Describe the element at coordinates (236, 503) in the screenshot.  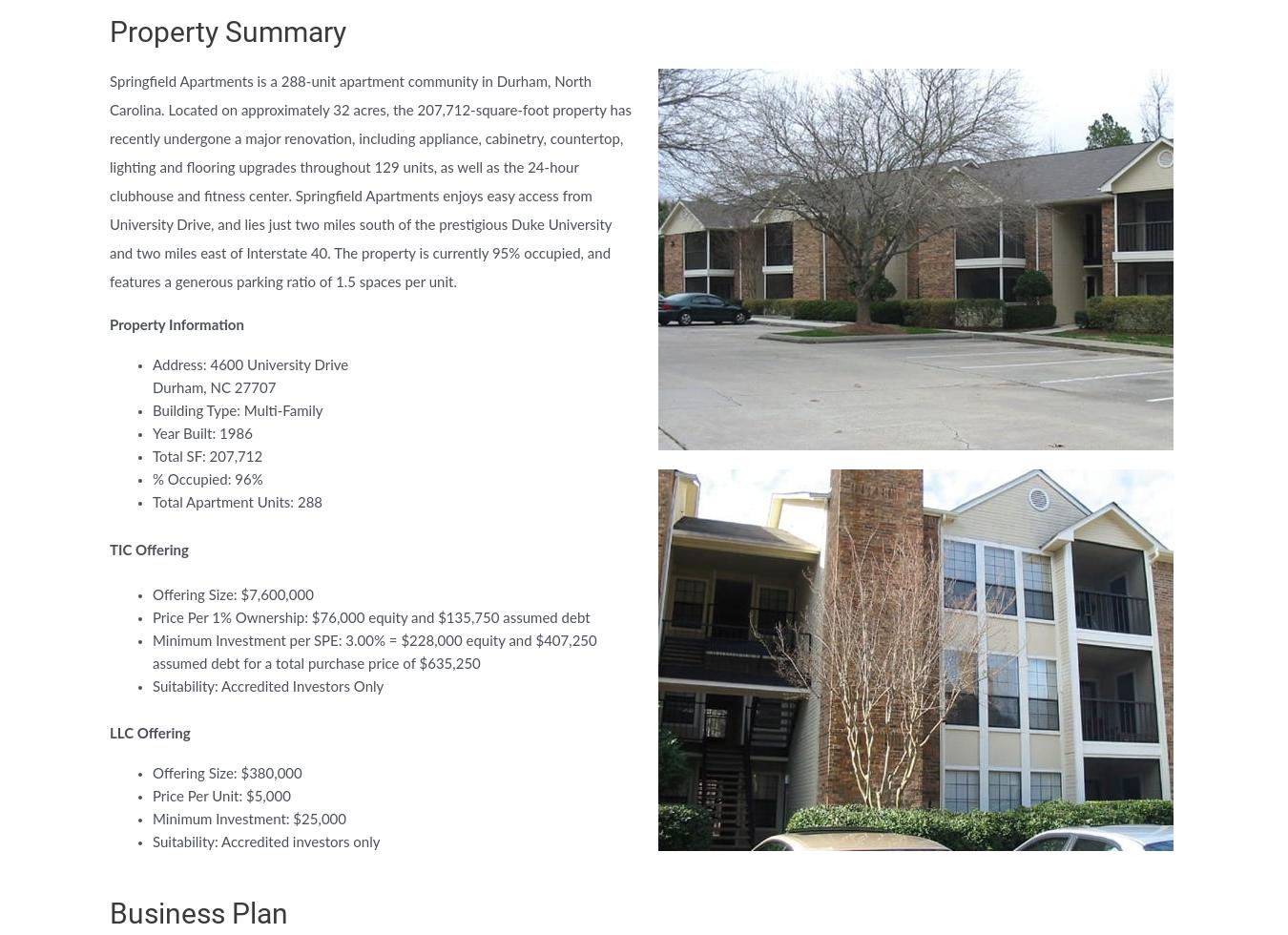
I see `'Total Apartment Units: 288'` at that location.